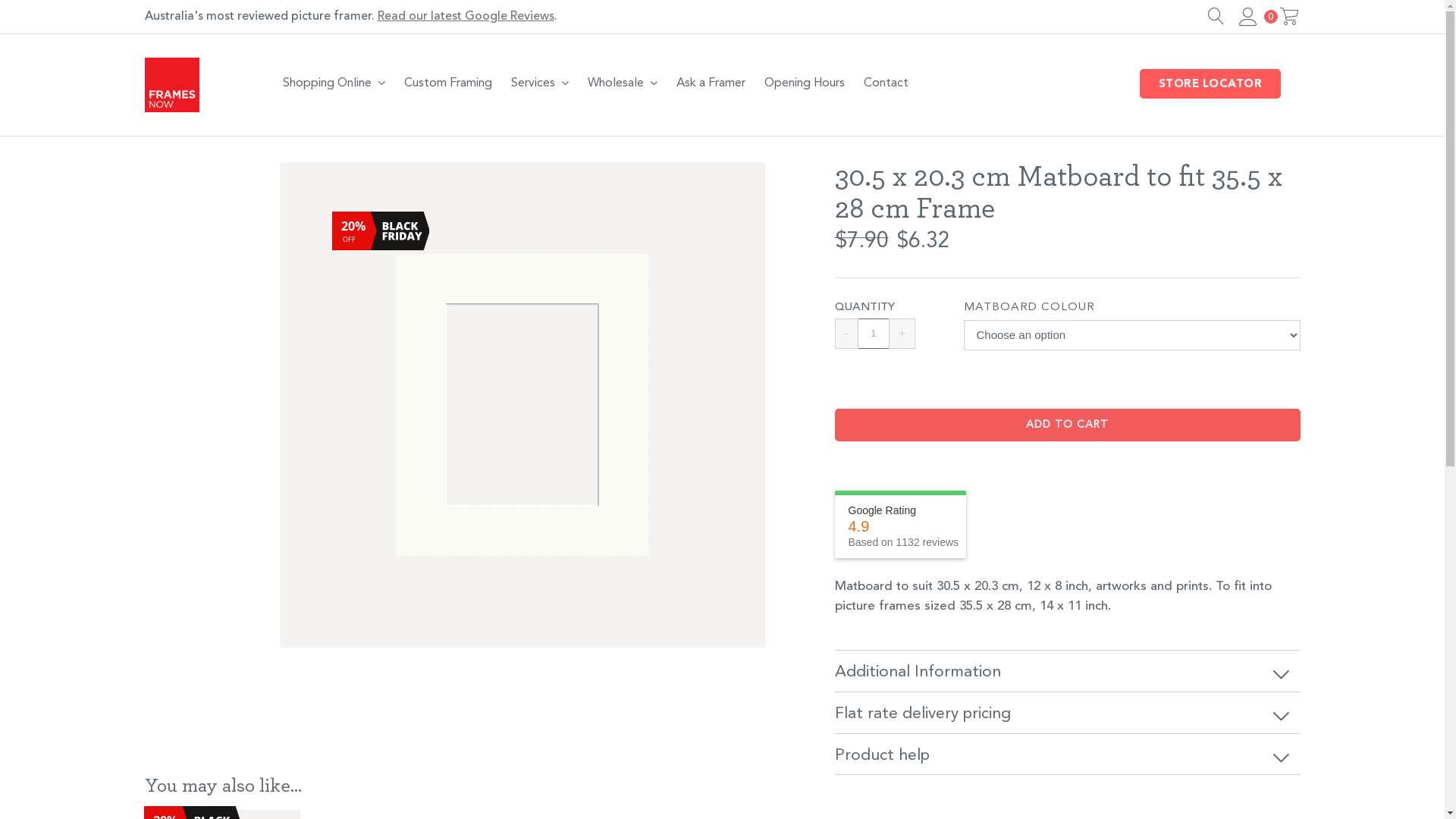 This screenshot has width=1456, height=819. Describe the element at coordinates (803, 83) in the screenshot. I see `'Opening Hours'` at that location.